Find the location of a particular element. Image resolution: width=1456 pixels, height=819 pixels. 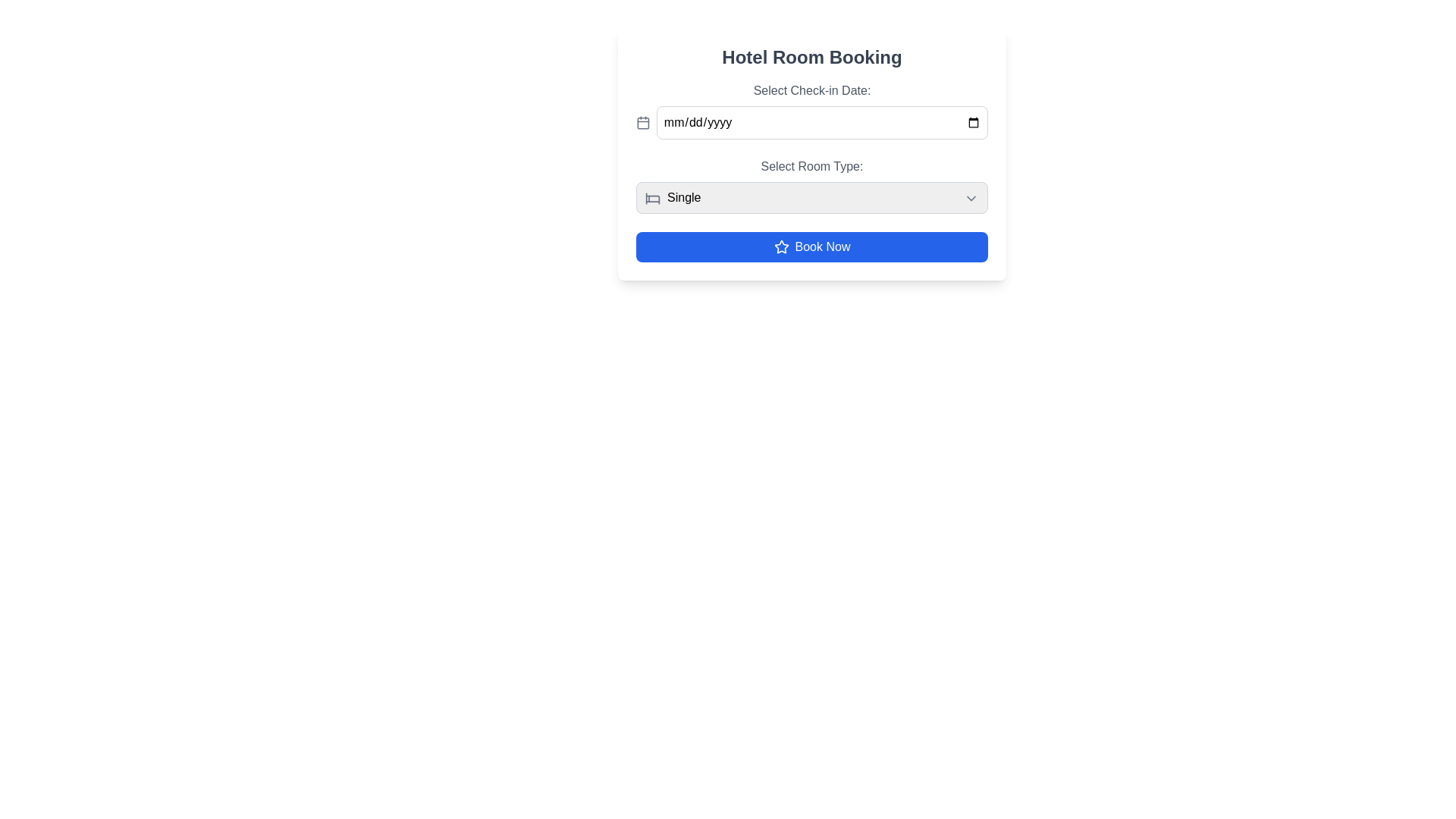

the Date input field for check-in located below the main title 'Hotel Room Booking' and above the 'Select Room Type:' dropdown is located at coordinates (811, 110).